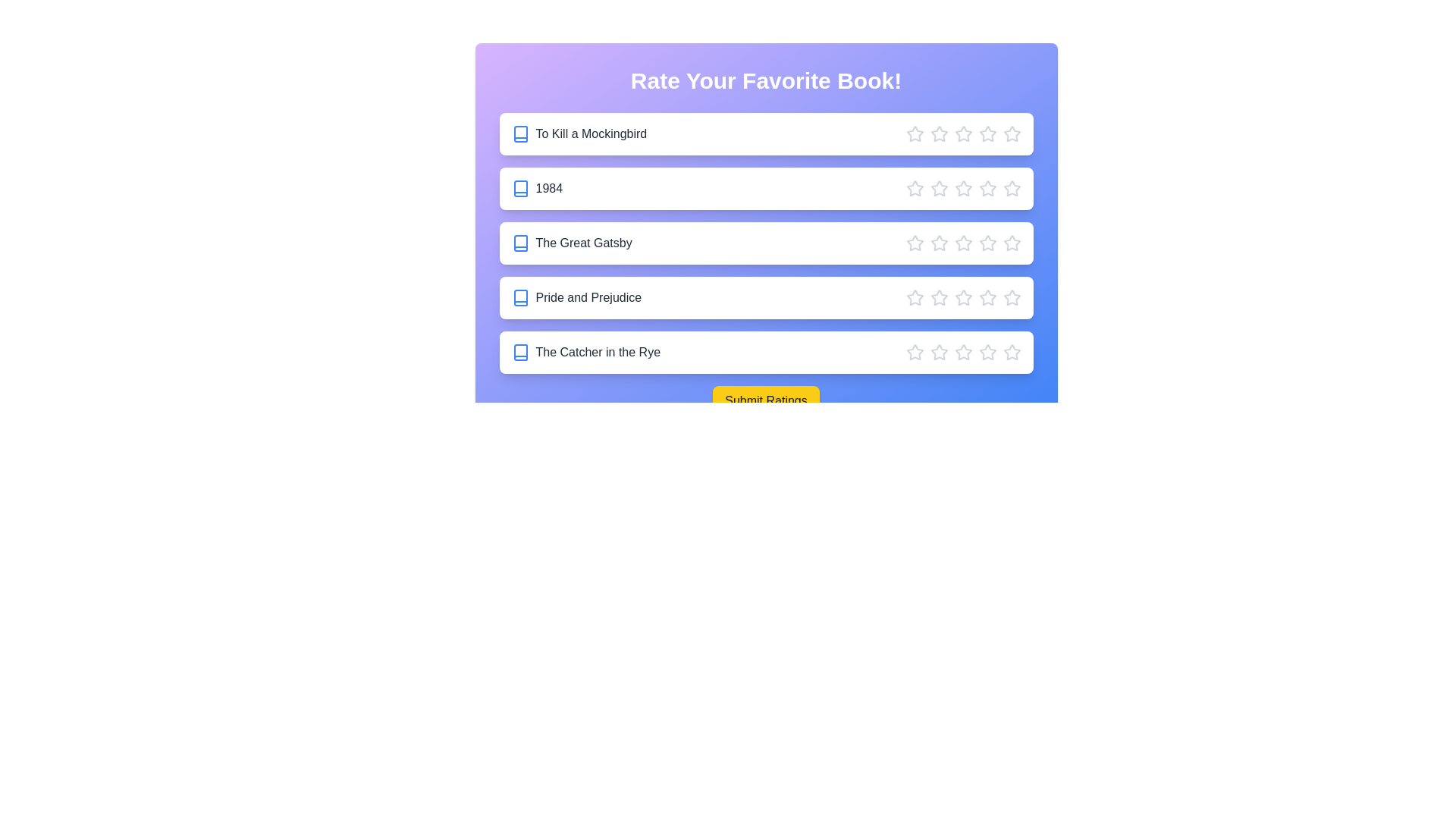 This screenshot has height=819, width=1456. I want to click on the star corresponding to 1 stars for the book The Catcher in the Rye, so click(914, 353).